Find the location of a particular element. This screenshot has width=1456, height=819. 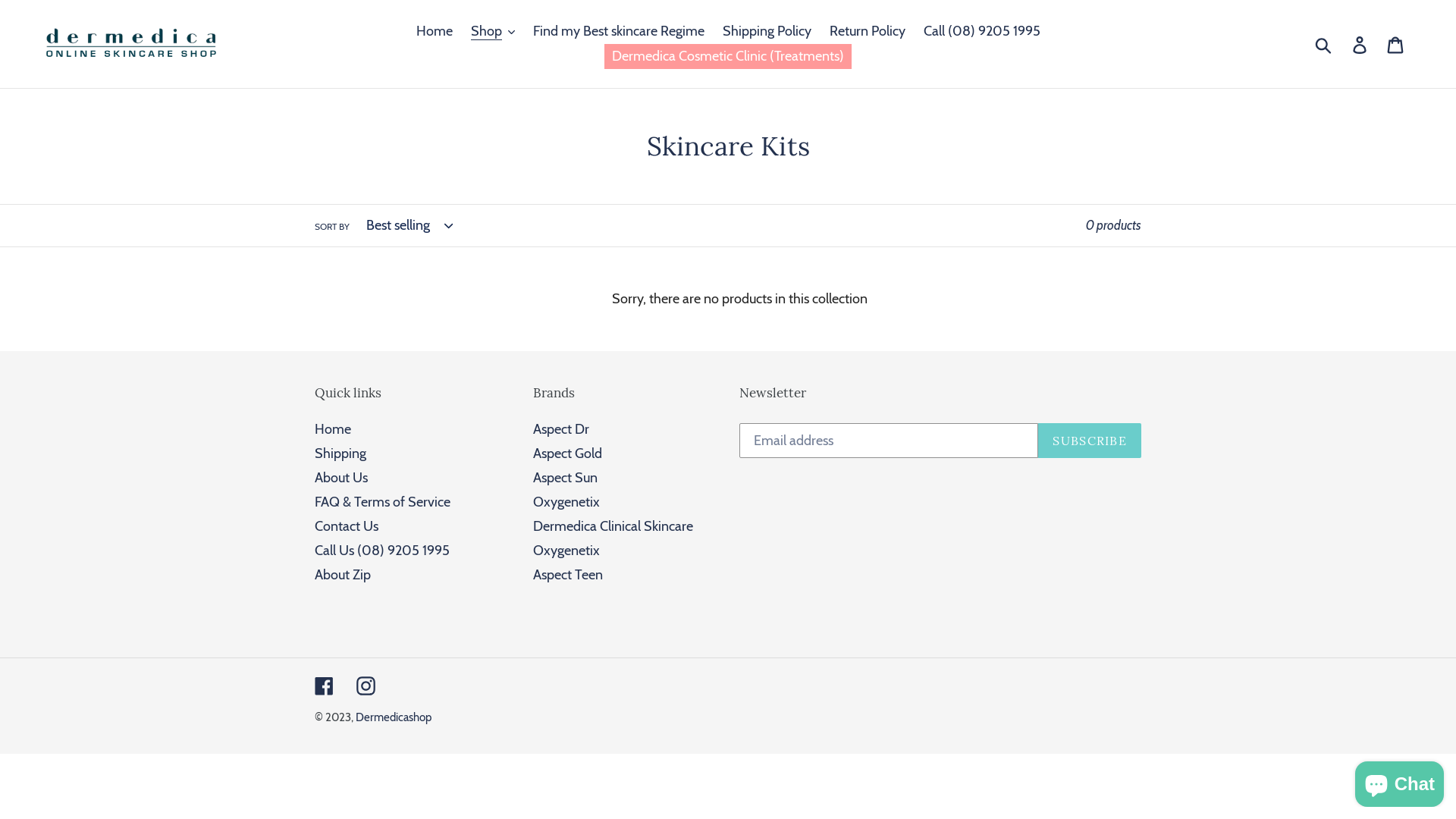

'Instagram' is located at coordinates (356, 684).